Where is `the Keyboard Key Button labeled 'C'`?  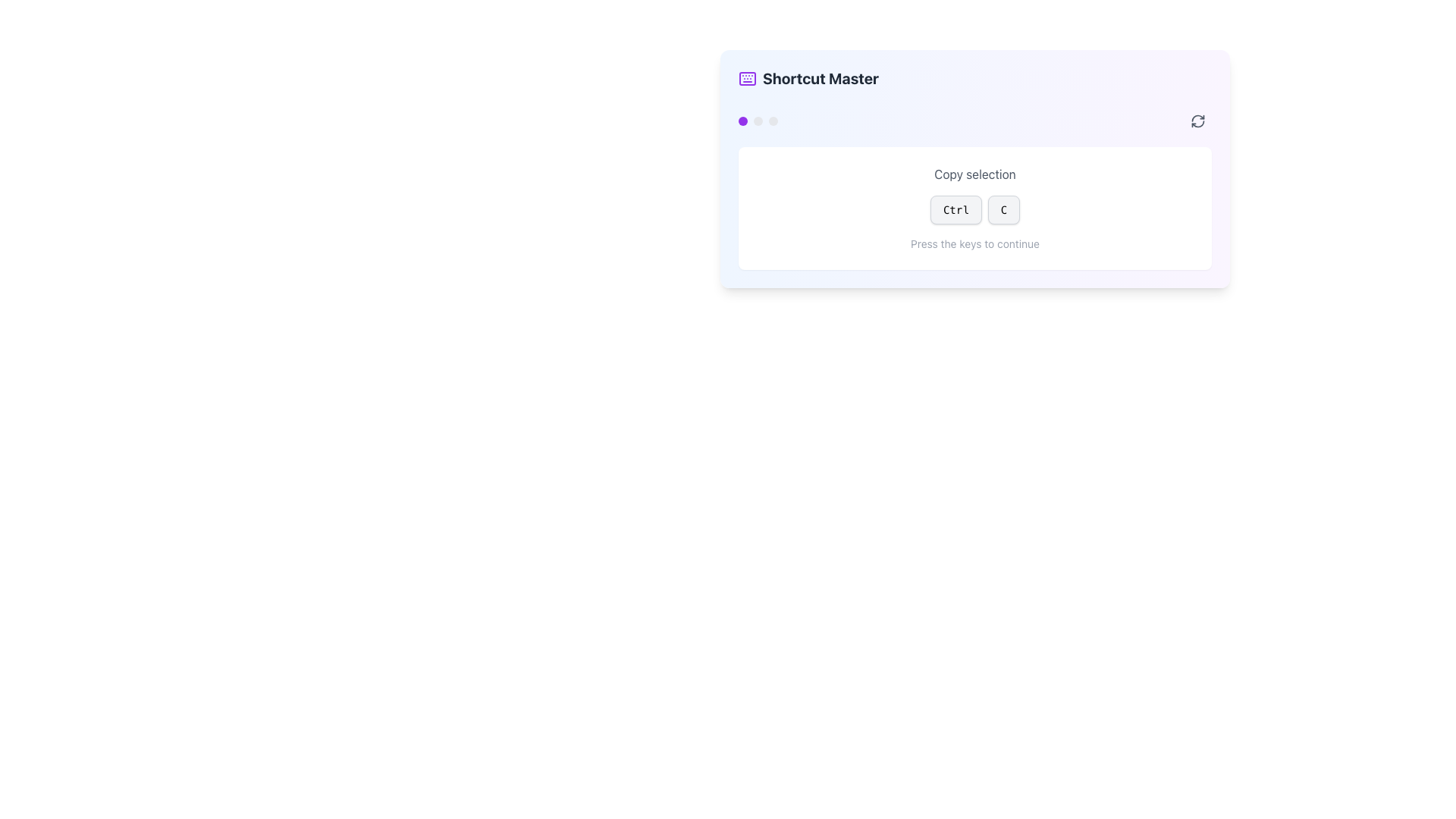
the Keyboard Key Button labeled 'C' is located at coordinates (1003, 210).